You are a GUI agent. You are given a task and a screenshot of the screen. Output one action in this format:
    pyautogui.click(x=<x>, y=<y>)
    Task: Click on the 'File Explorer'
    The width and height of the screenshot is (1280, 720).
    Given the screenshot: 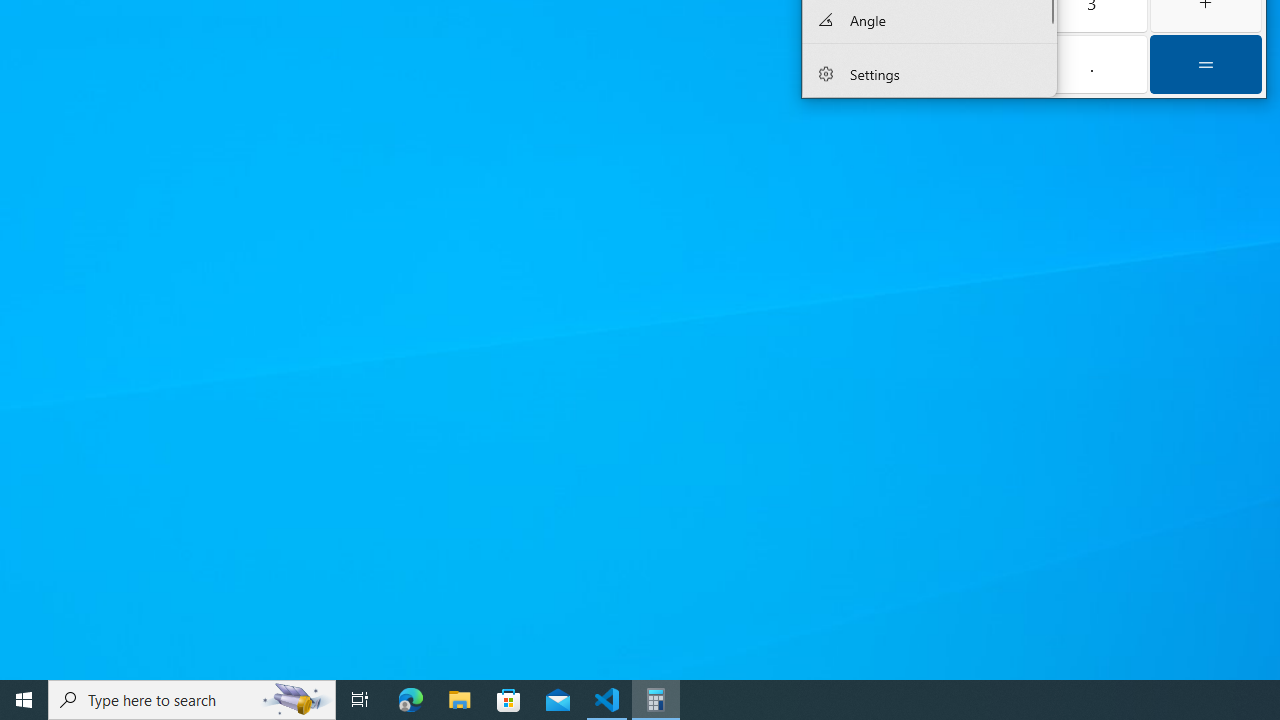 What is the action you would take?
    pyautogui.click(x=459, y=698)
    